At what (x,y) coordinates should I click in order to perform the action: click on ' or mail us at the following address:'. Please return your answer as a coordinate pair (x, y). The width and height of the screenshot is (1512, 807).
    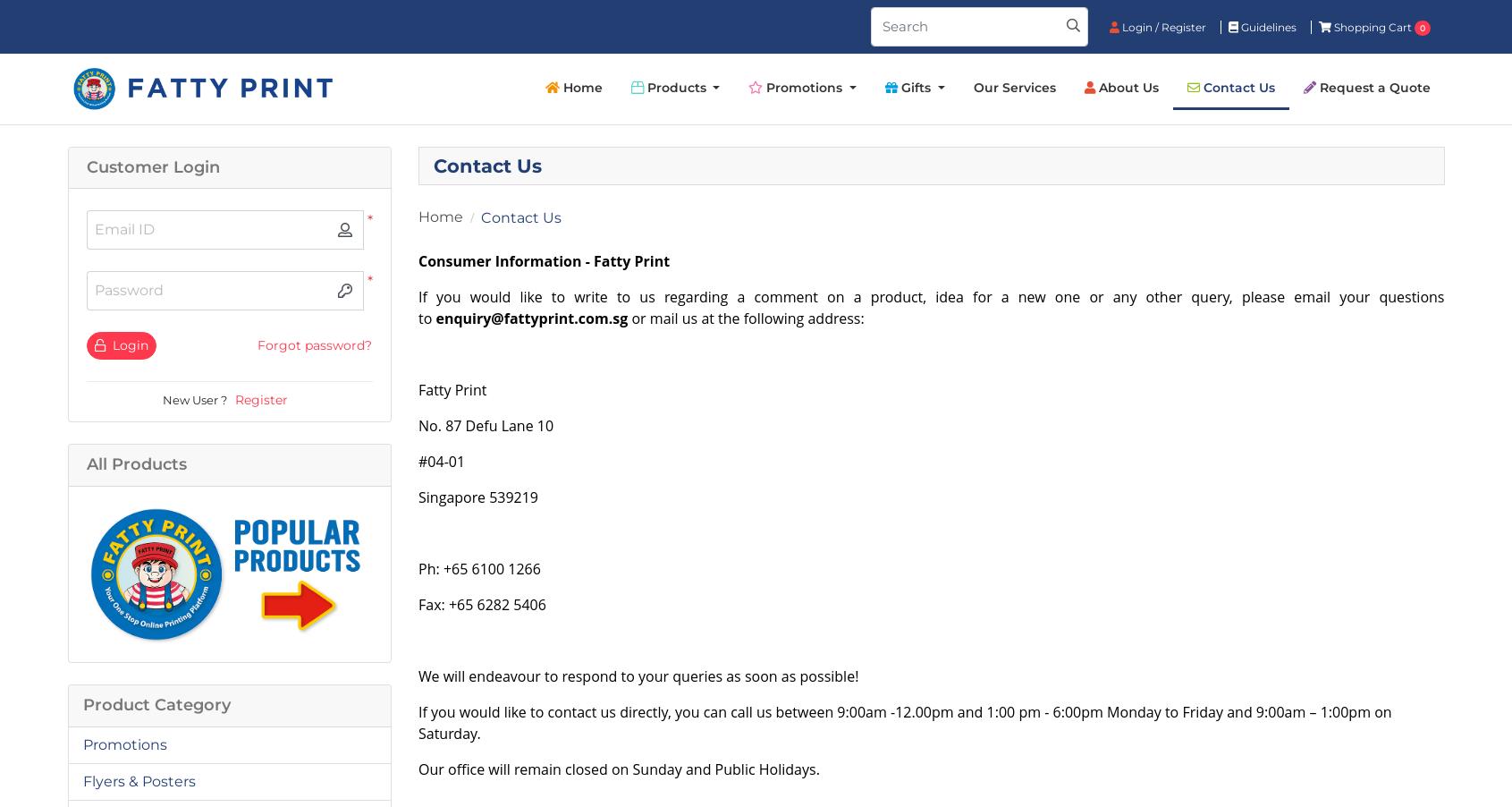
    Looking at the image, I should click on (627, 318).